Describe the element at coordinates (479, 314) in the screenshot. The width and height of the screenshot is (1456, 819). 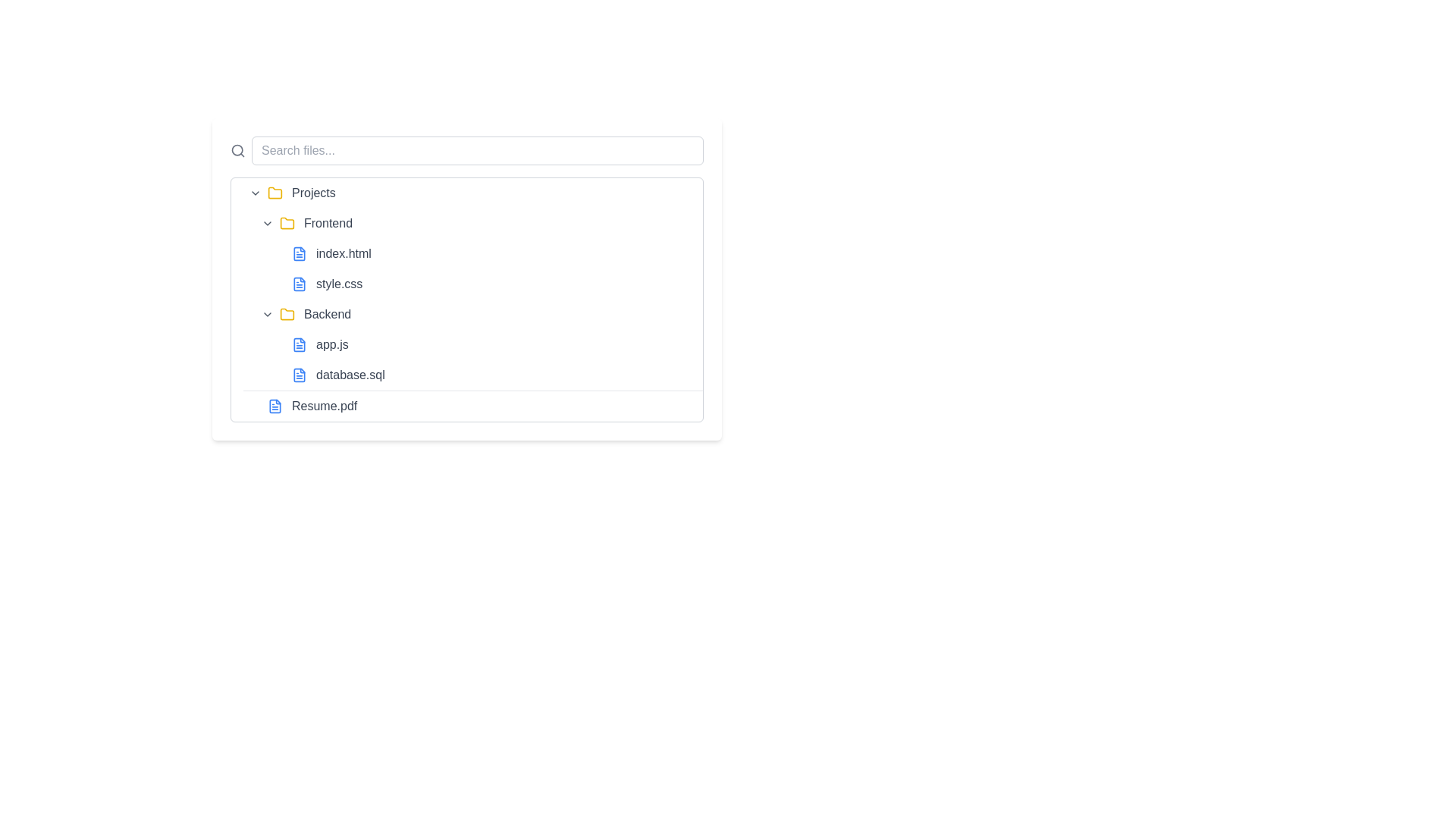
I see `the second folder entry in the 'Projects' group labeled 'Backend'` at that location.